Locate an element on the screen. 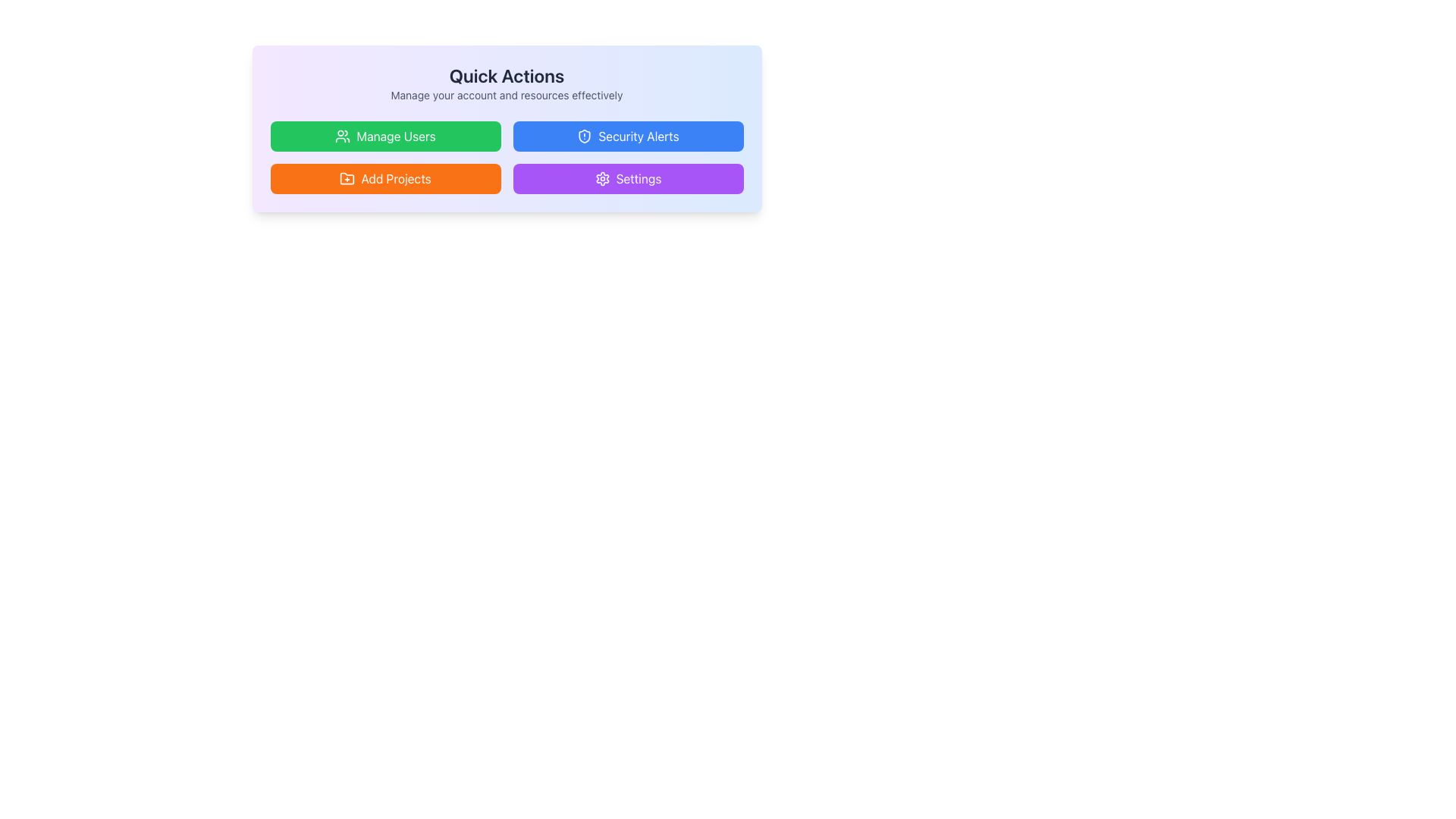  the orange rectangular 'Add Projects' button with a folder icon and plus sign, located in the lower-left quadrant of the 'Quick Actions' grid, specifically the second button in the left column is located at coordinates (385, 177).